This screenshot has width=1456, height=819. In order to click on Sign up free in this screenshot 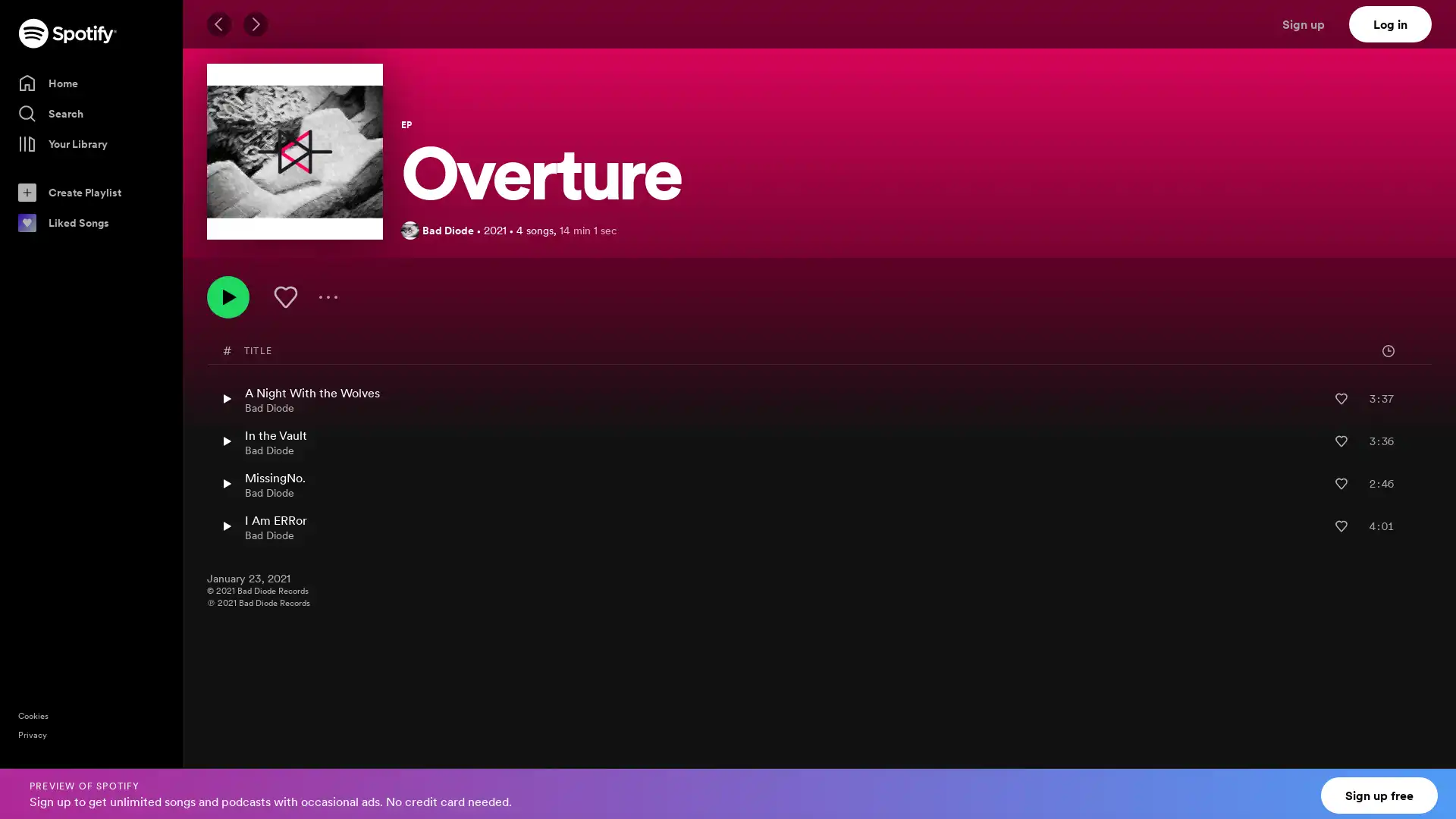, I will do `click(1379, 795)`.